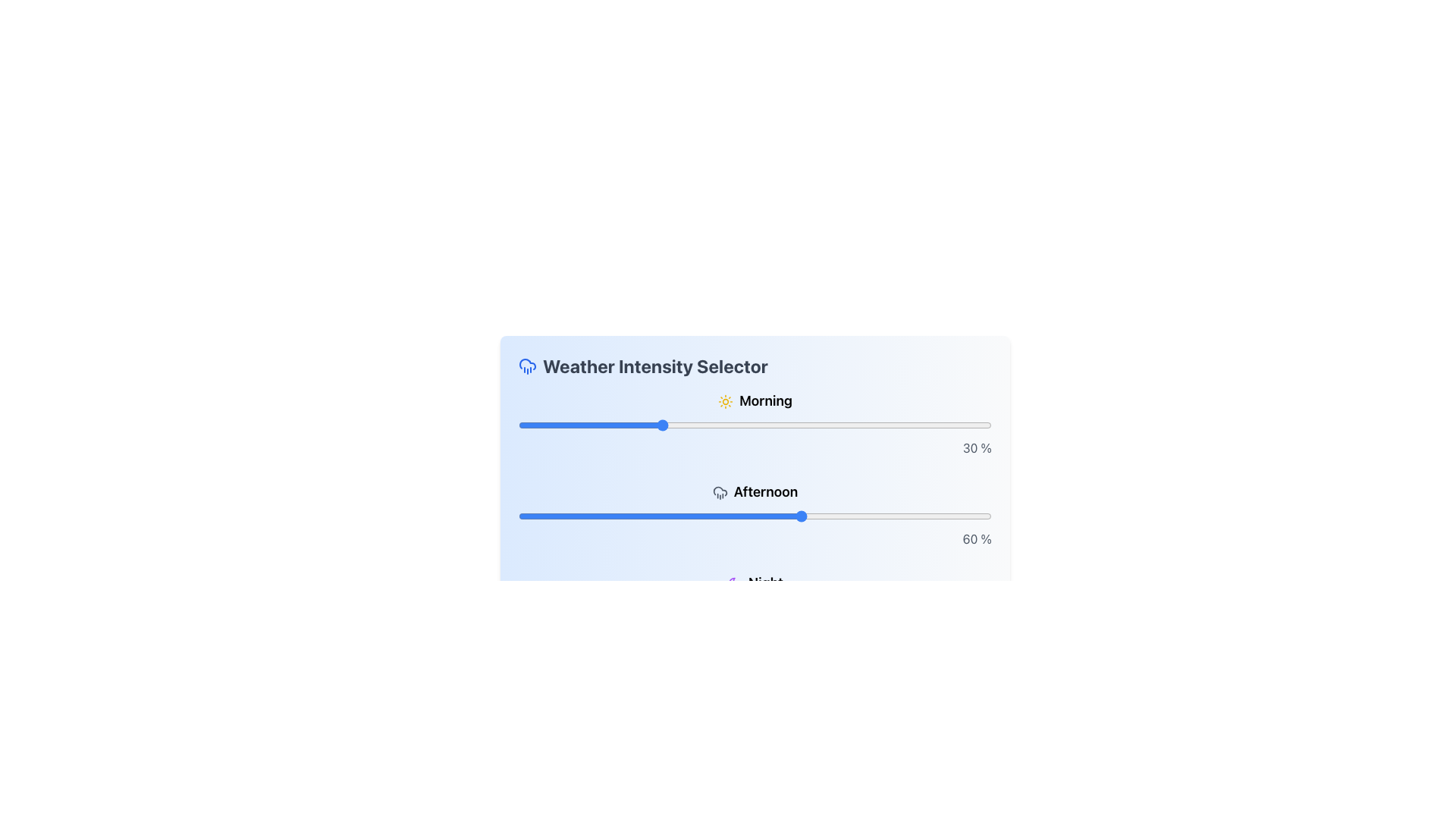 The image size is (1456, 819). Describe the element at coordinates (528, 366) in the screenshot. I see `the rainfall icon in the 'Weather Intensity Selector' interface, located to the left of the text label` at that location.